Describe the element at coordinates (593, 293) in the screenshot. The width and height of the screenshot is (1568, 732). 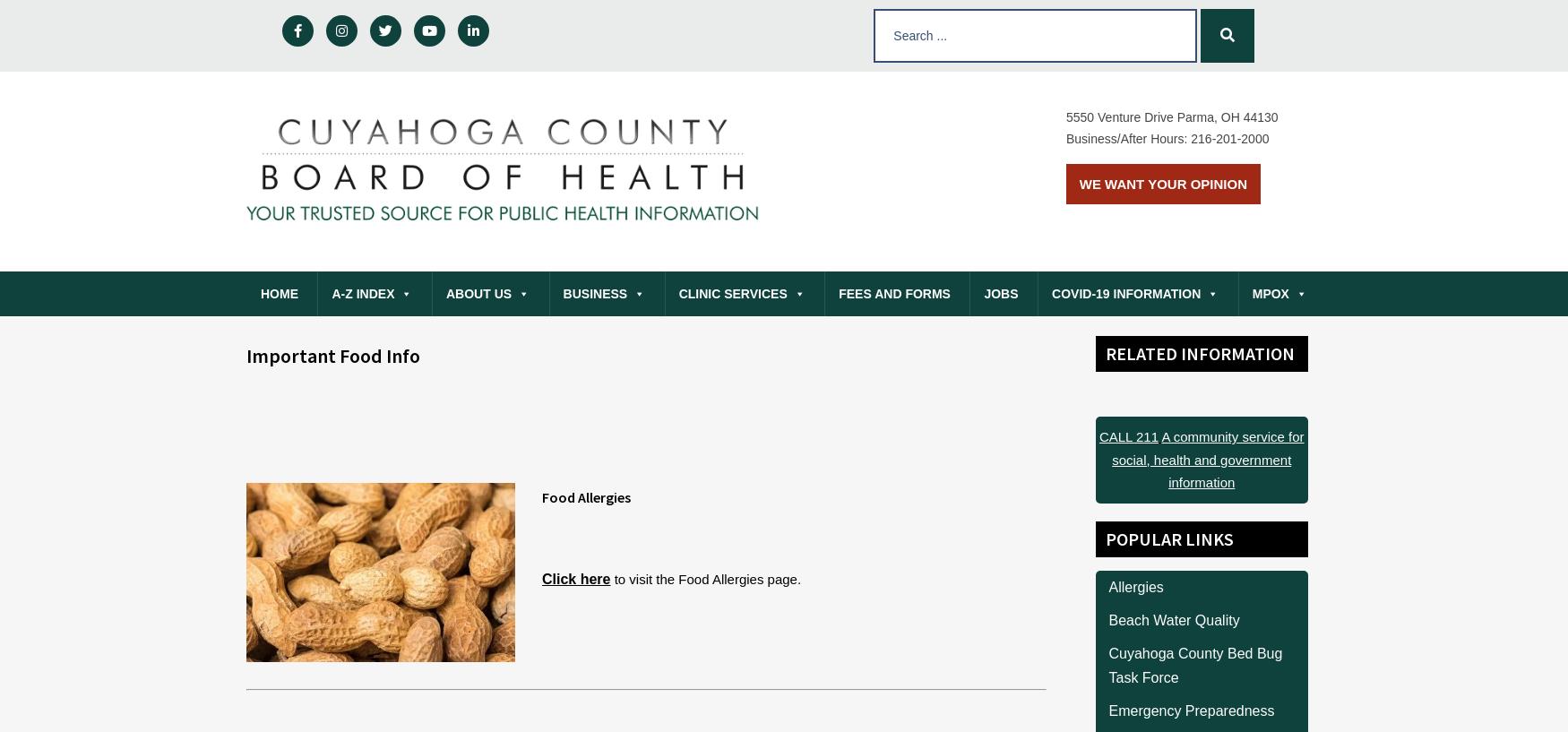
I see `'Business'` at that location.